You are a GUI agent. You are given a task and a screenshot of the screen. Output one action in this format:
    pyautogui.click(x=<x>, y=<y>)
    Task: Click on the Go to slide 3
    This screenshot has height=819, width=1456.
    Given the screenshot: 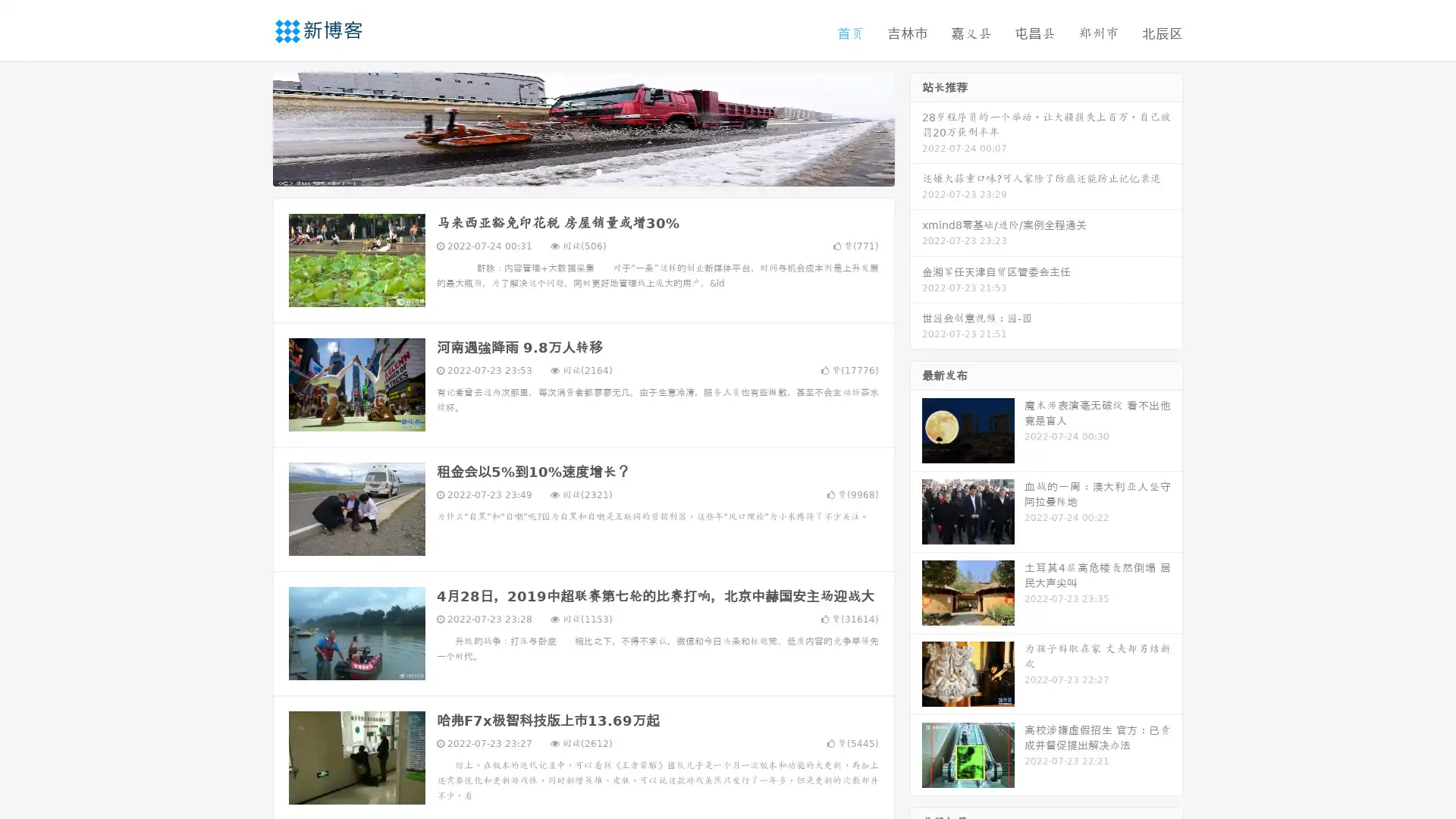 What is the action you would take?
    pyautogui.click(x=598, y=171)
    